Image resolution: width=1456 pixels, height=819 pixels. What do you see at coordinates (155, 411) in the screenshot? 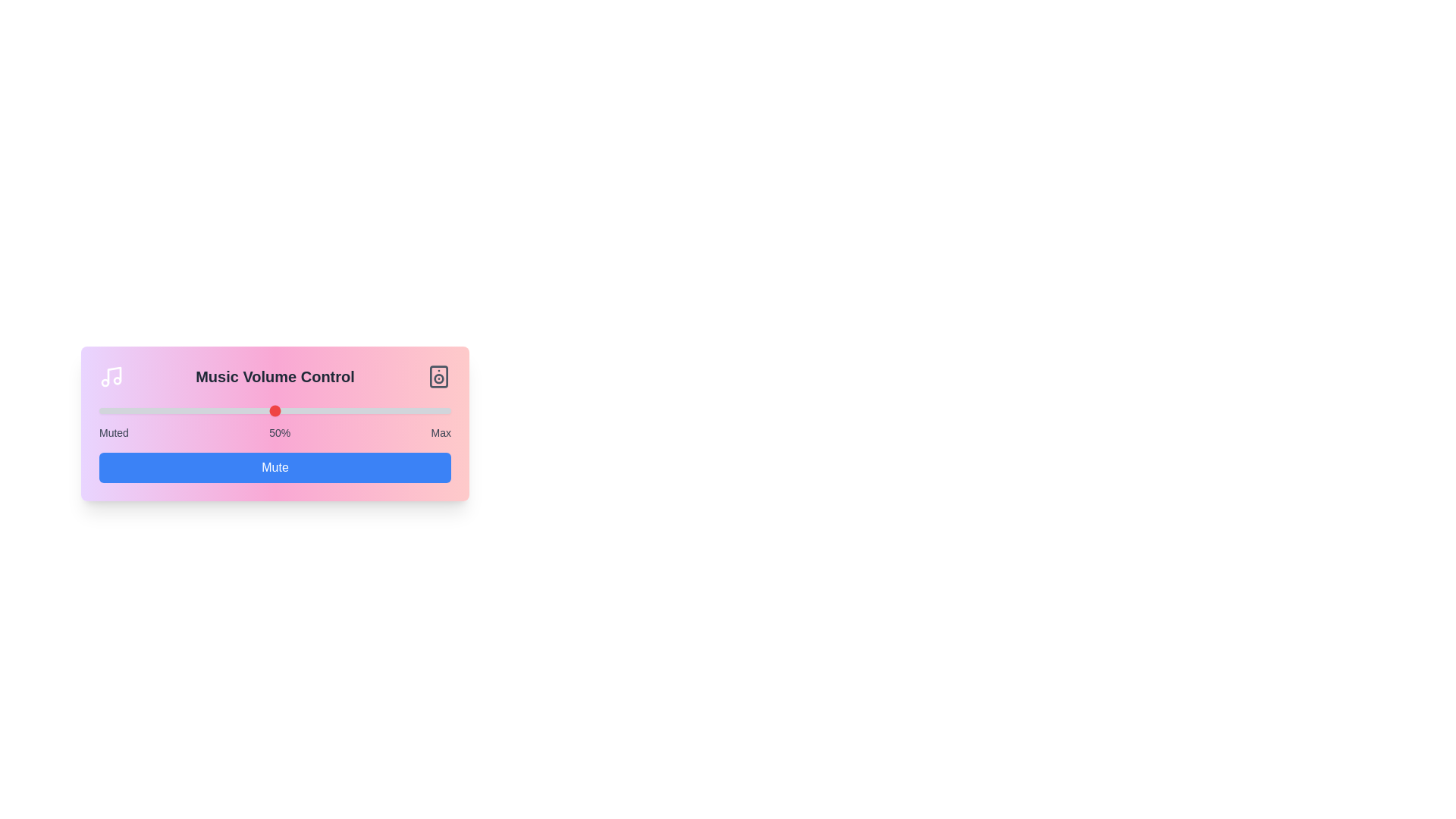
I see `the volume slider to 16%` at bounding box center [155, 411].